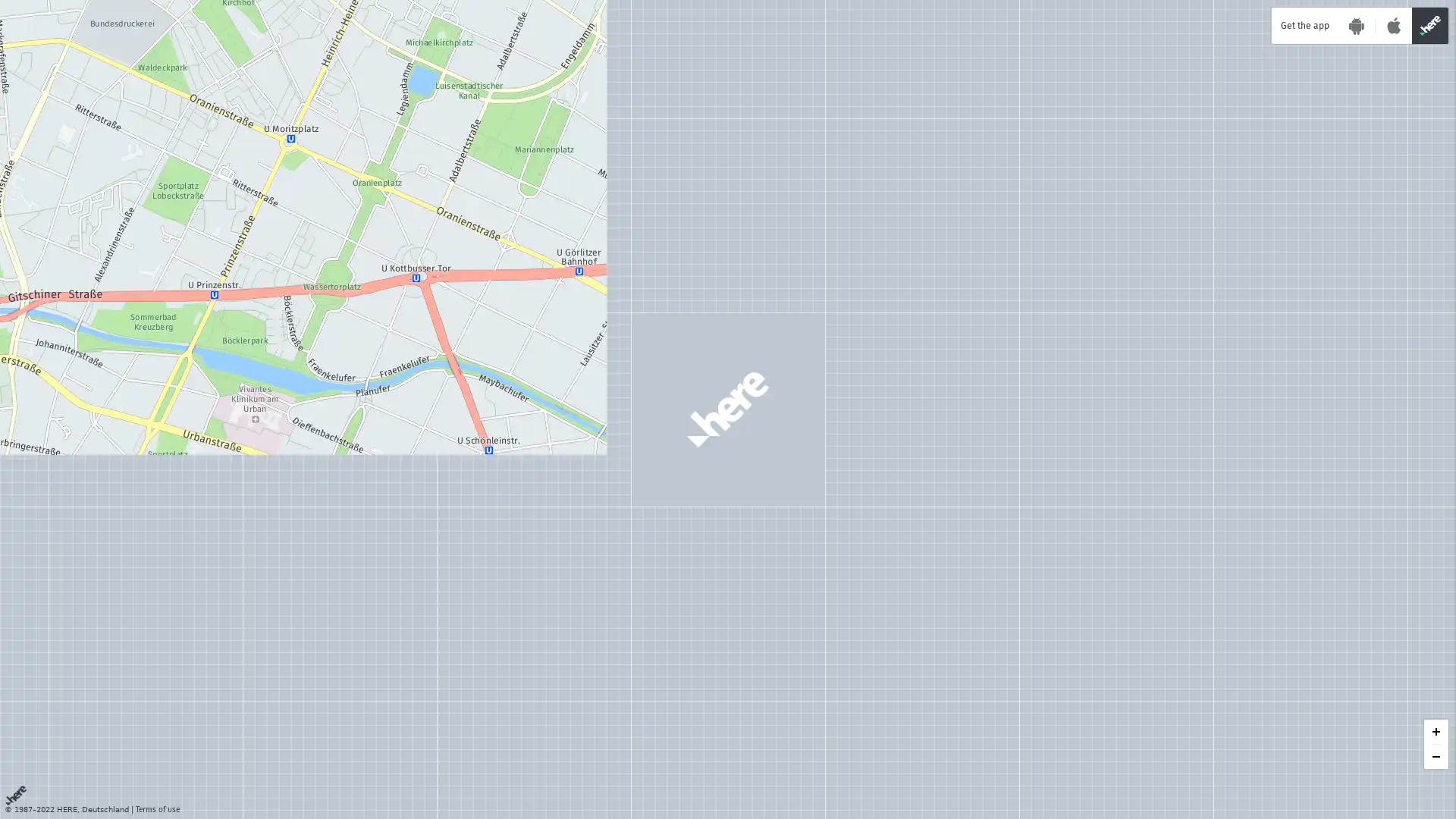  What do you see at coordinates (1211, 739) in the screenshot?
I see `Feedback` at bounding box center [1211, 739].